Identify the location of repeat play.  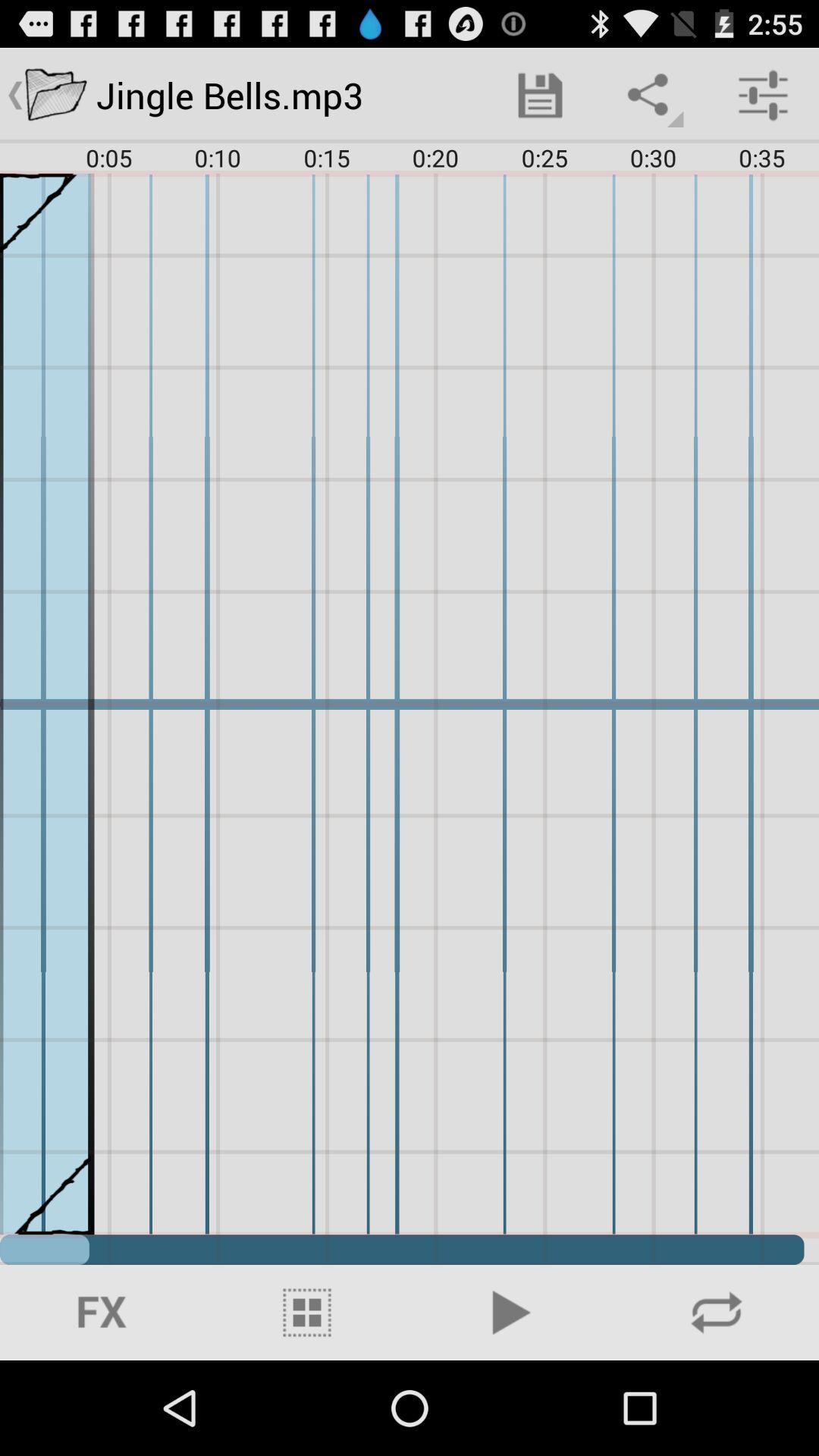
(717, 1312).